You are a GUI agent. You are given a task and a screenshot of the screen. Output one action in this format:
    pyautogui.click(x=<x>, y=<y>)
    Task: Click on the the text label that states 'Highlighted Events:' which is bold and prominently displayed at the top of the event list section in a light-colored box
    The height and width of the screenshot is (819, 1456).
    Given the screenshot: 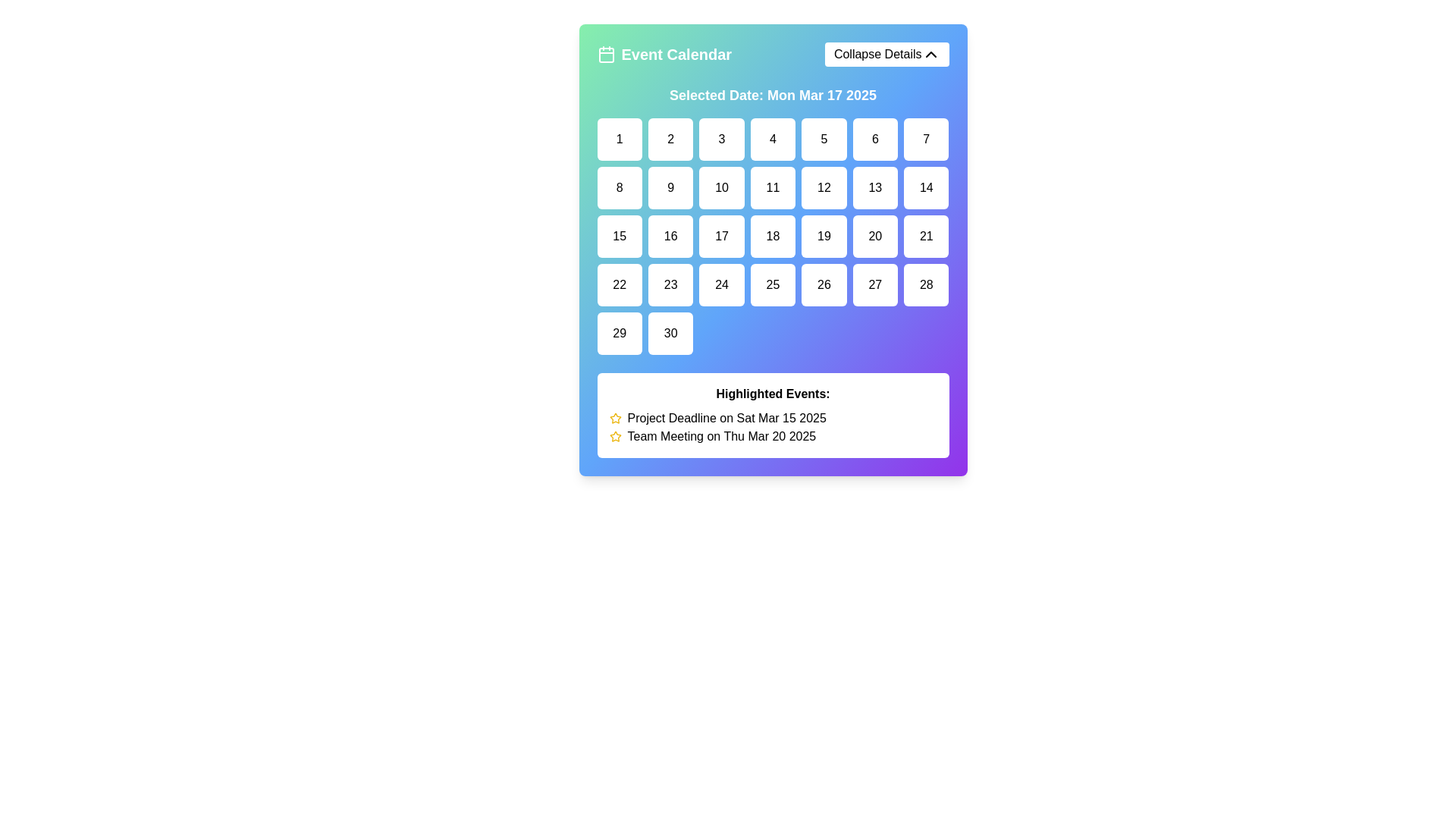 What is the action you would take?
    pyautogui.click(x=773, y=394)
    